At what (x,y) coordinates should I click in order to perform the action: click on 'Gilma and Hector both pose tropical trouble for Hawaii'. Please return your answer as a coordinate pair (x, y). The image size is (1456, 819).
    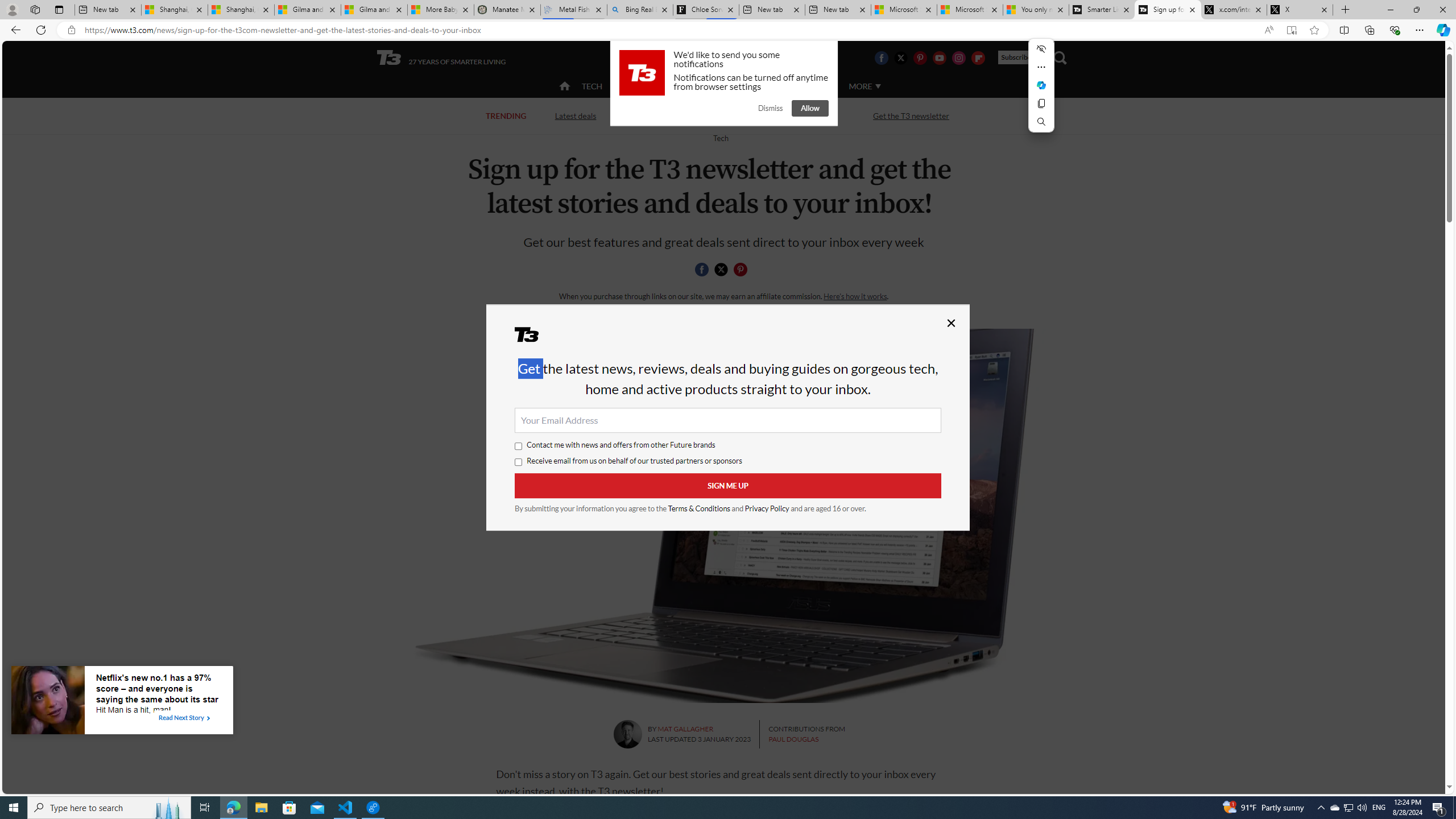
    Looking at the image, I should click on (373, 9).